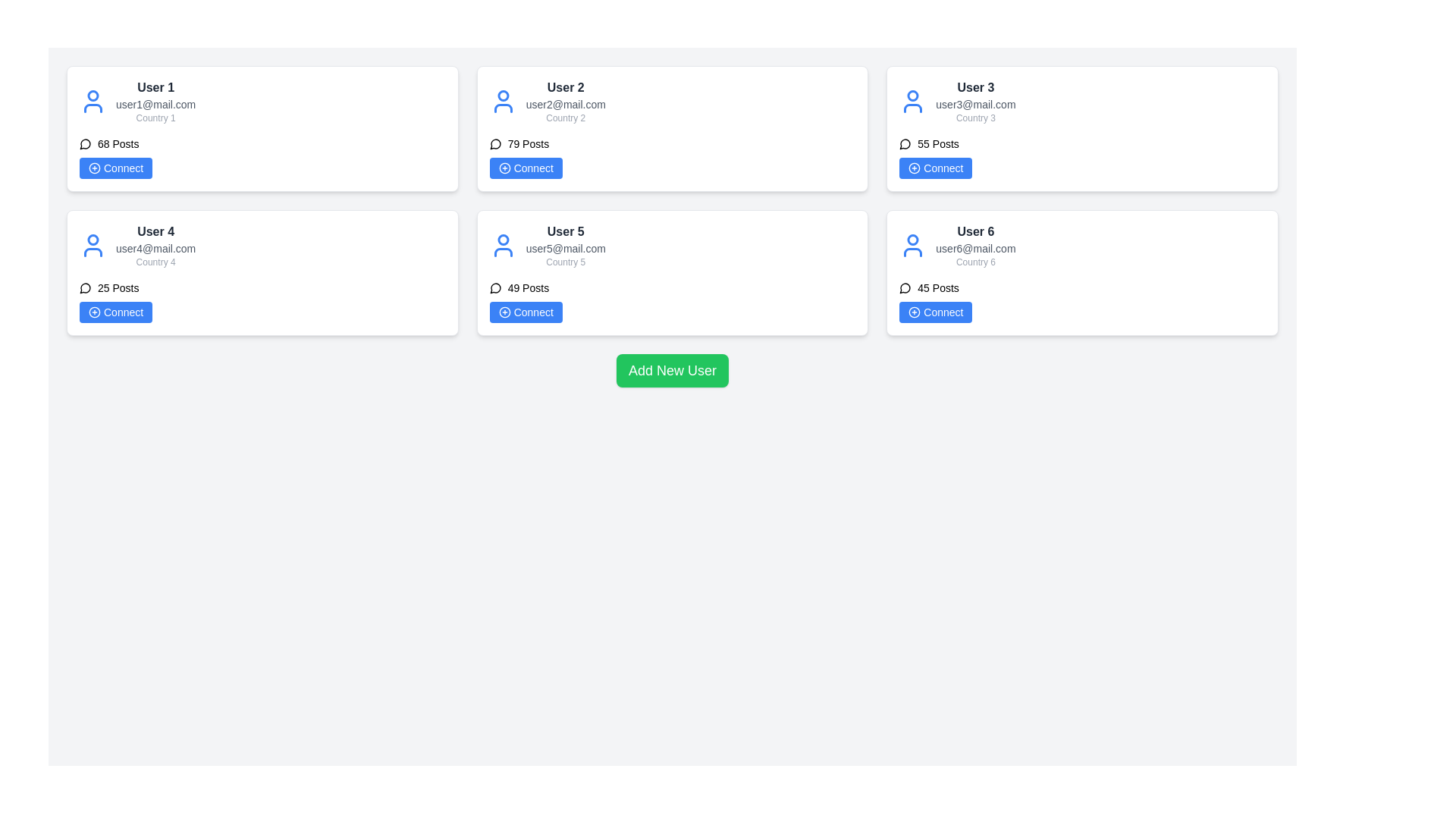  Describe the element at coordinates (565, 247) in the screenshot. I see `the email address text label located in the middle section of the user card labeled 'User 5', which is styled with a small font size and gray color, positioned below the user name 'User 5'` at that location.